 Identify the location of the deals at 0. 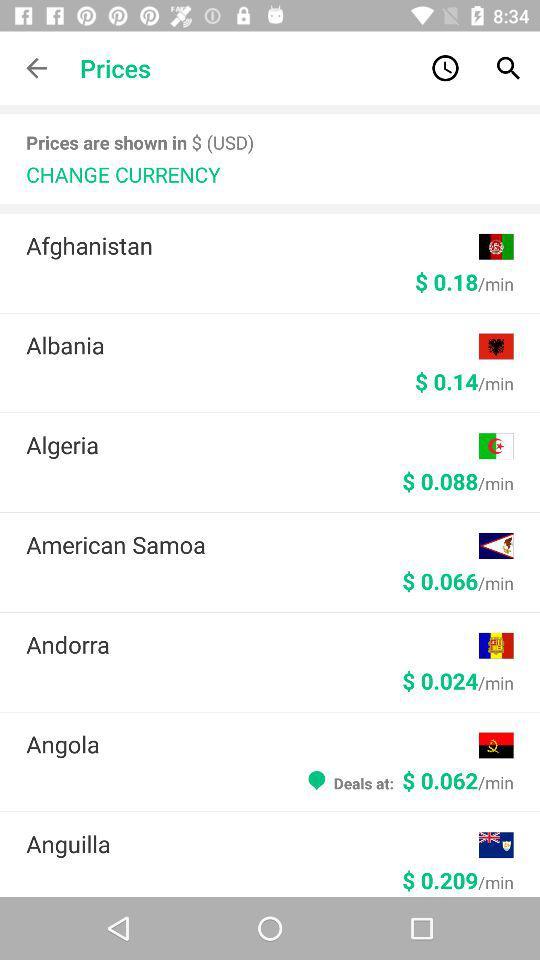
(408, 779).